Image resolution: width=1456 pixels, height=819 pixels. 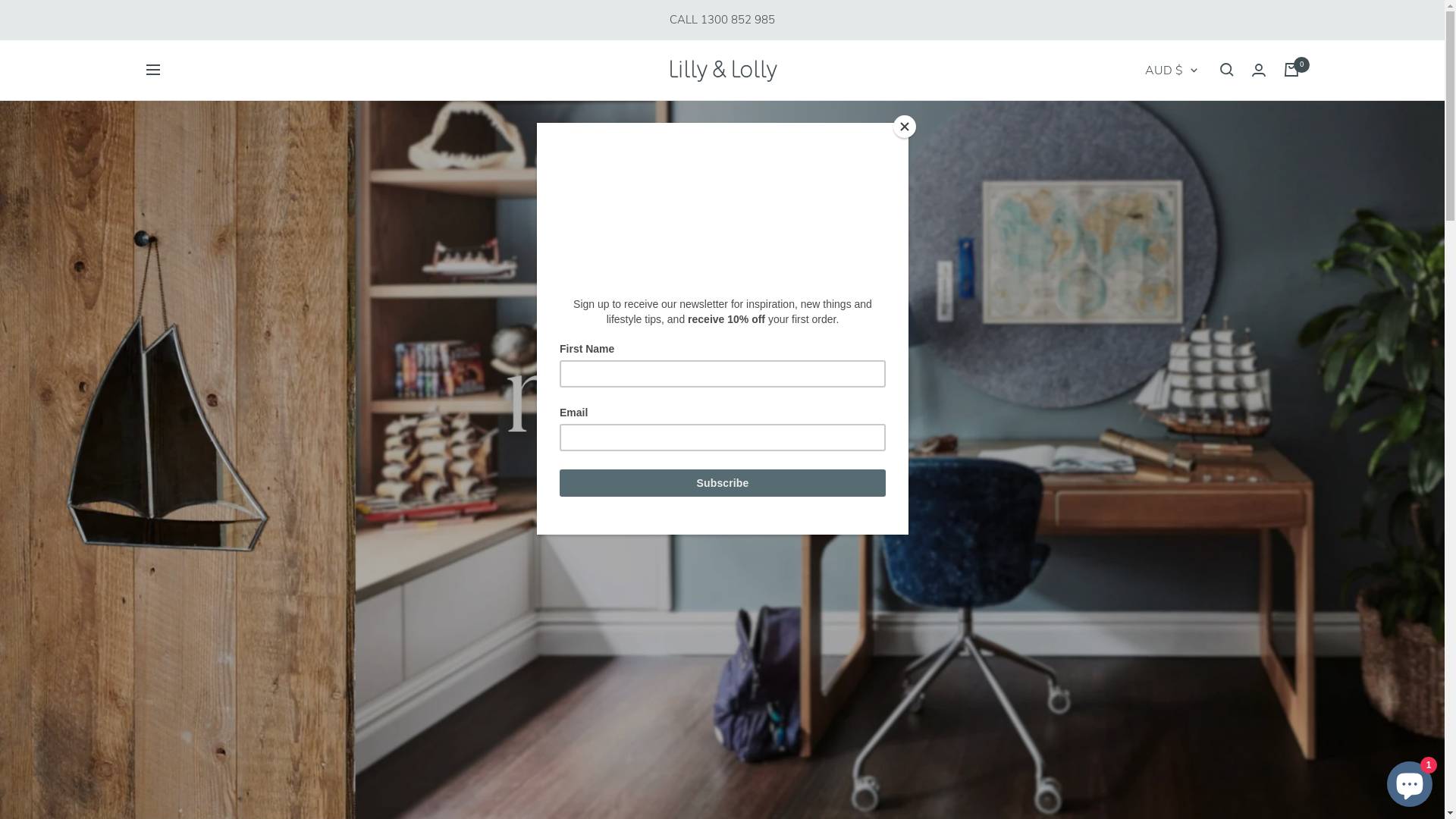 I want to click on 'AUD $', so click(x=1170, y=71).